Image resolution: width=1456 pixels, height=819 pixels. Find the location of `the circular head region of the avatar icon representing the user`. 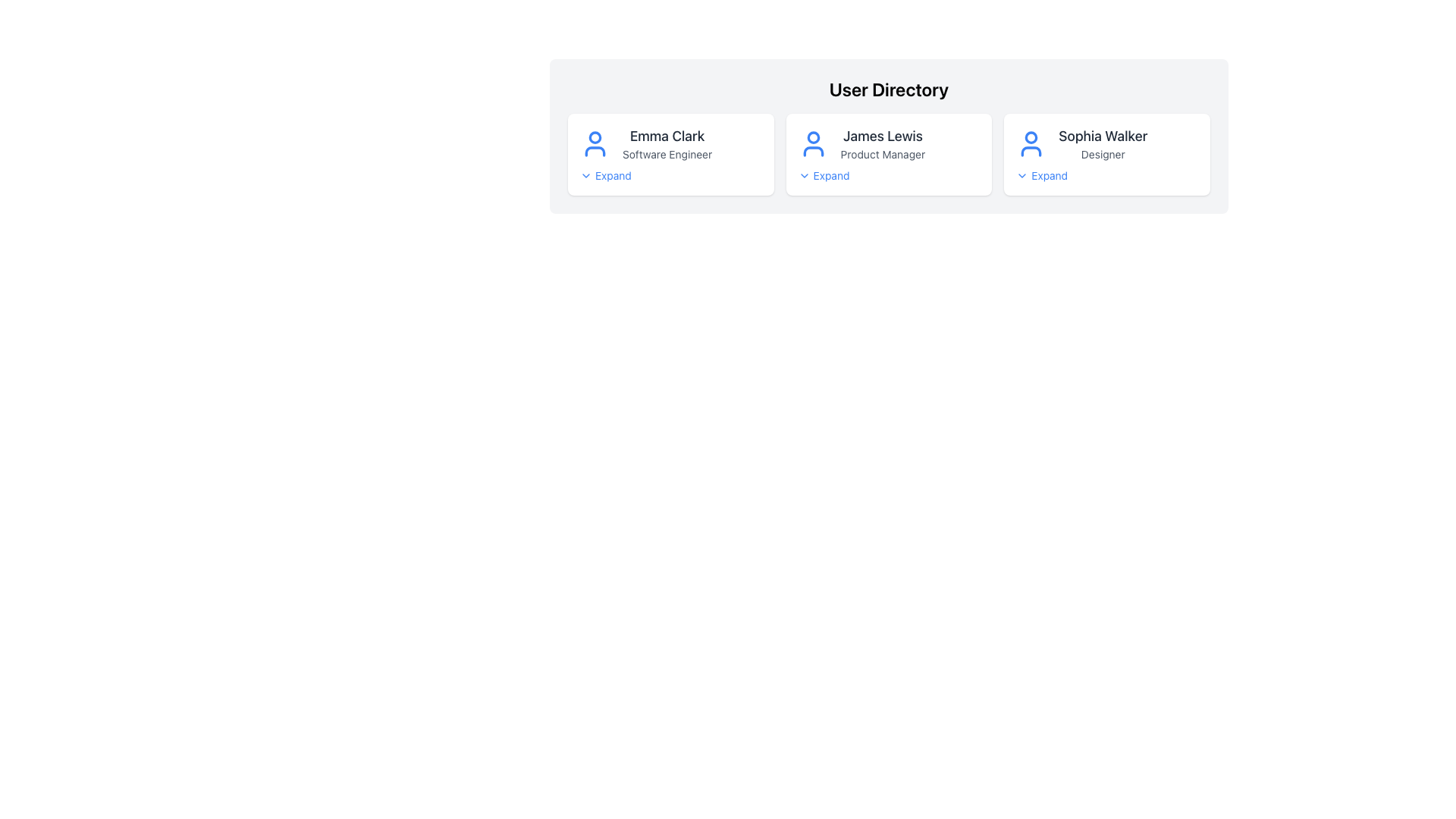

the circular head region of the avatar icon representing the user is located at coordinates (595, 137).